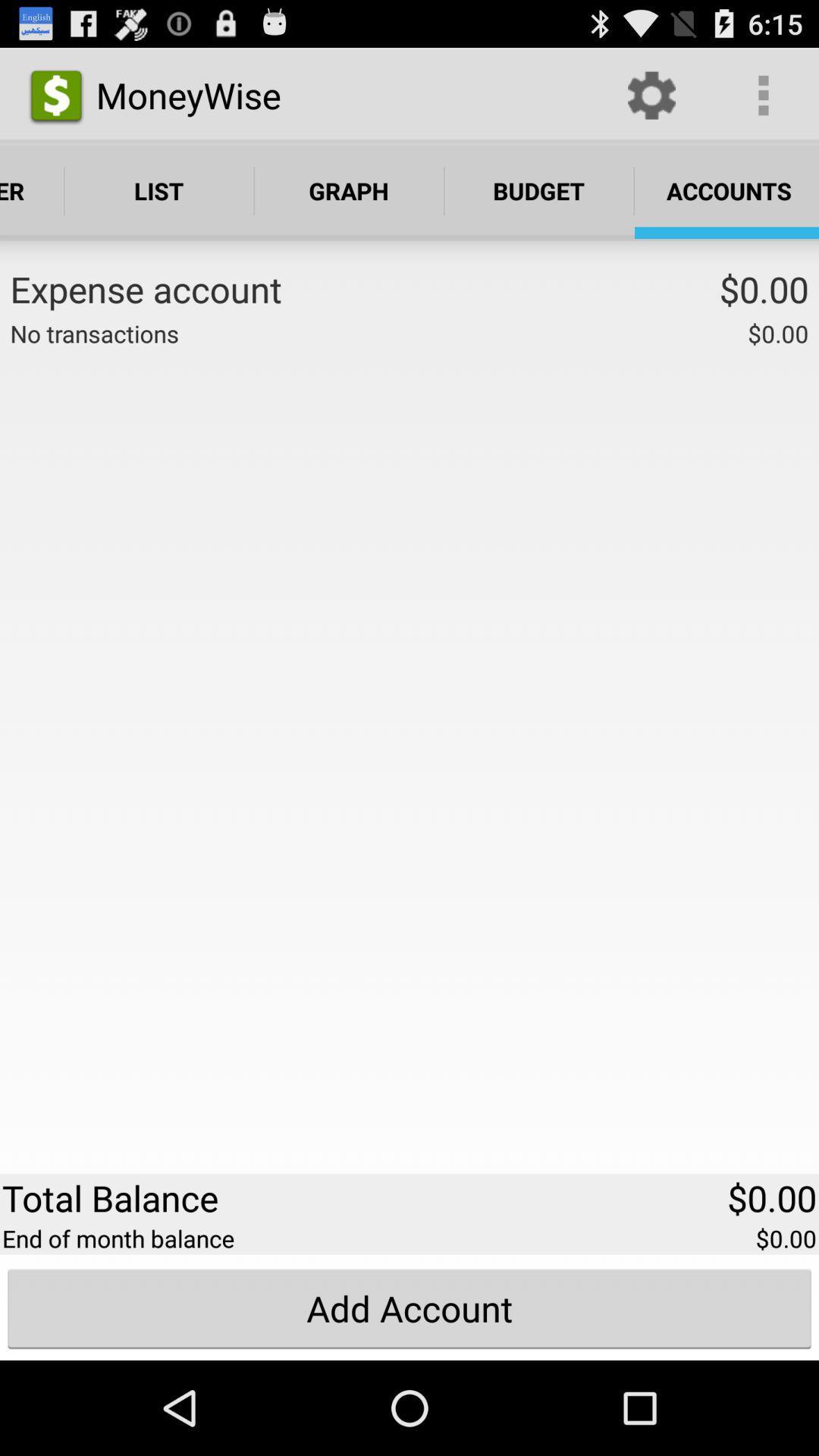  What do you see at coordinates (763, 94) in the screenshot?
I see `app above accounts app` at bounding box center [763, 94].